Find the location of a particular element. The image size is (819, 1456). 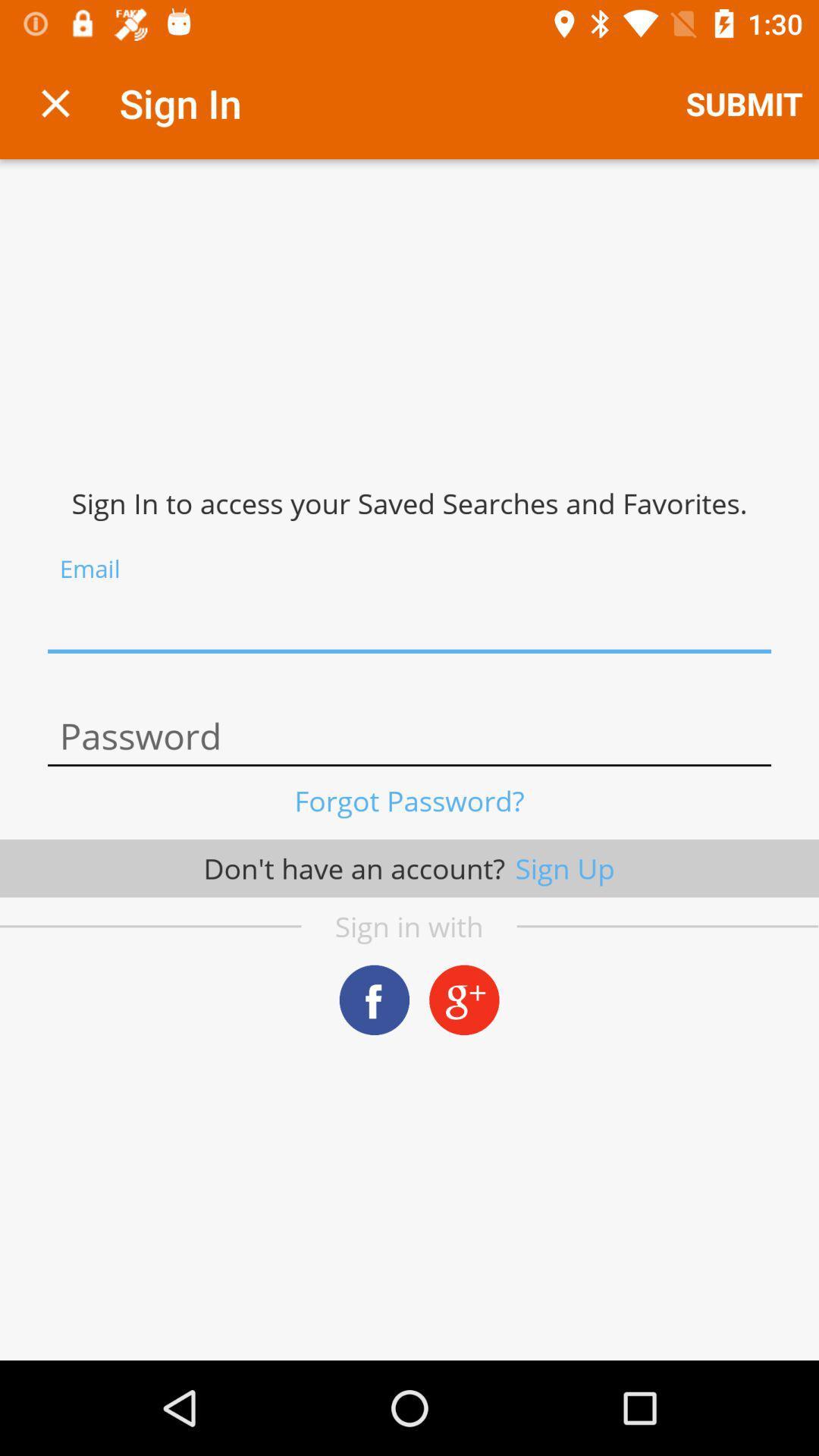

share is located at coordinates (374, 999).